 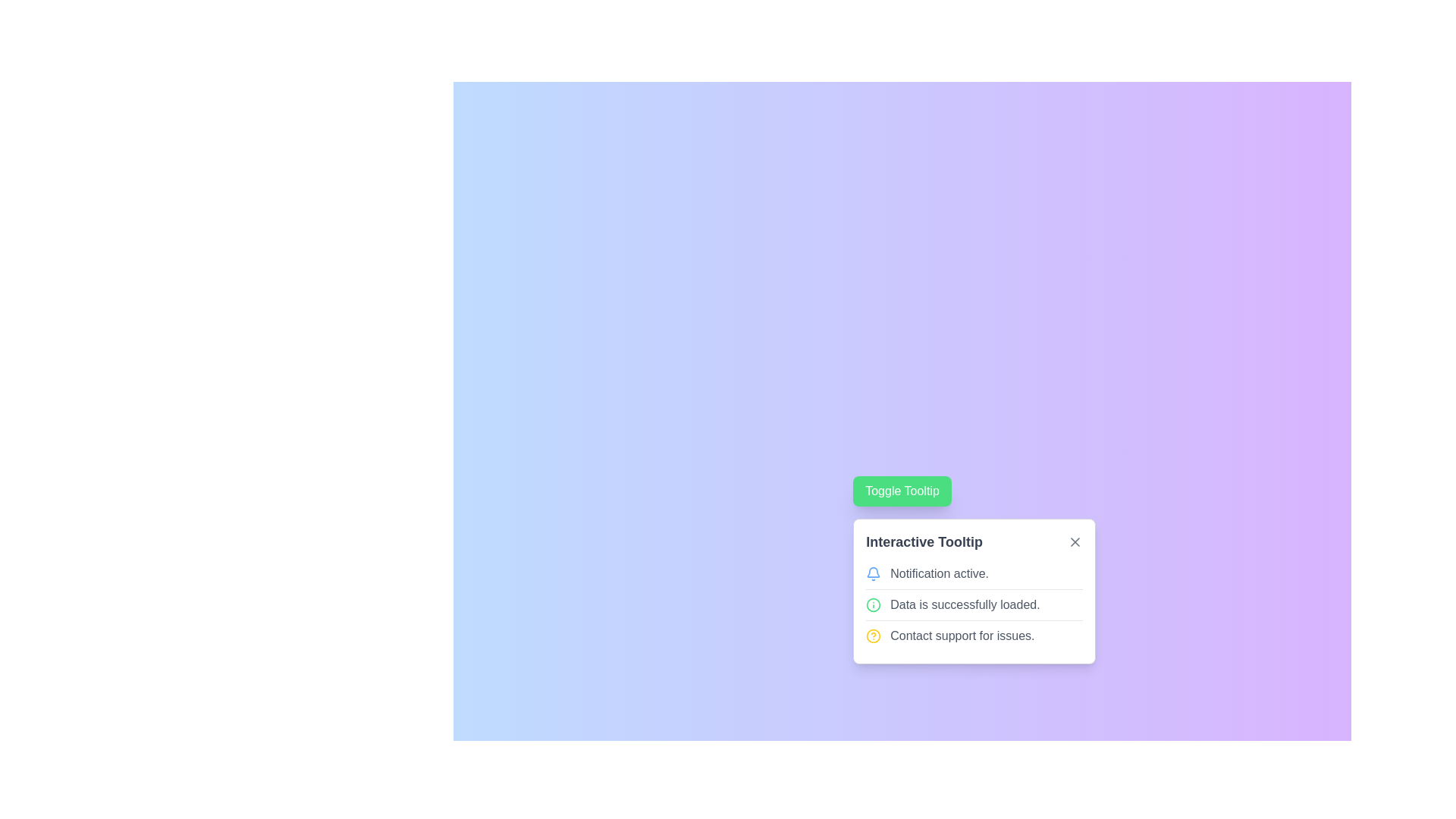 What do you see at coordinates (874, 604) in the screenshot?
I see `the information icon with a green border and white center, featuring an 'i' symbol, located to the left of the text 'Data is successfully loaded.'` at bounding box center [874, 604].